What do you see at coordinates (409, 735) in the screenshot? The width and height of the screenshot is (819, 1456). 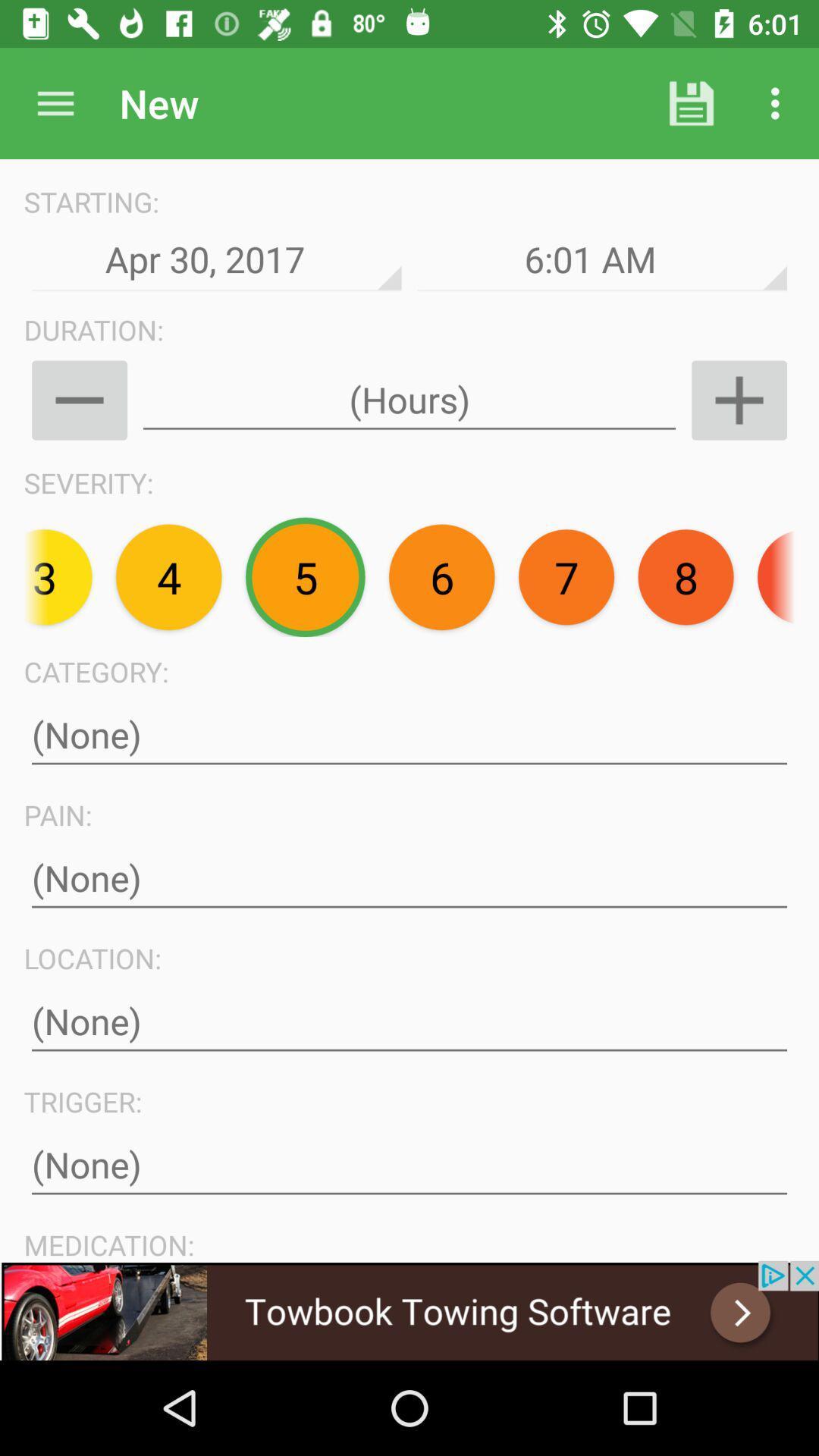 I see `name` at bounding box center [409, 735].